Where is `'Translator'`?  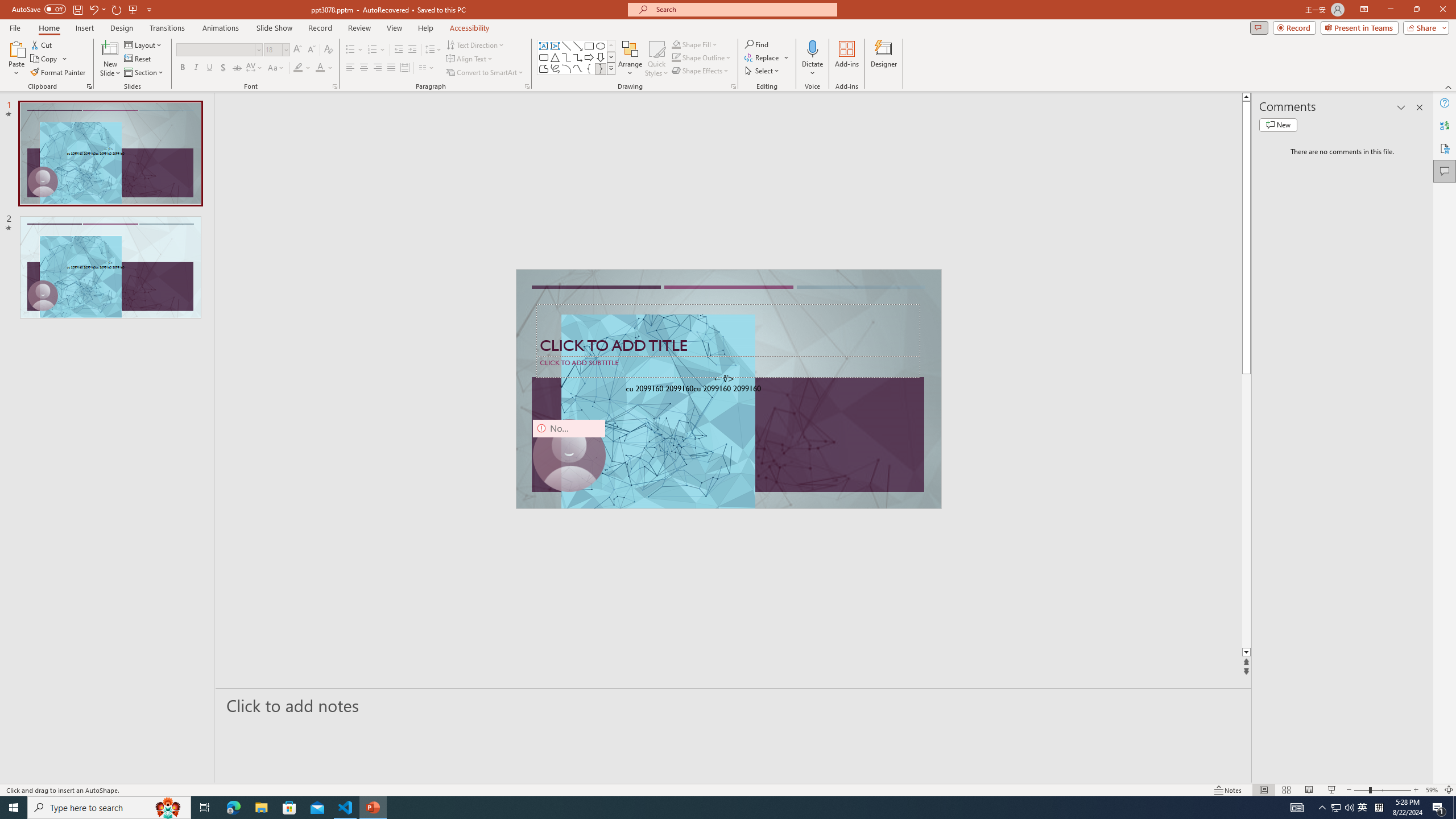
'Translator' is located at coordinates (1444, 126).